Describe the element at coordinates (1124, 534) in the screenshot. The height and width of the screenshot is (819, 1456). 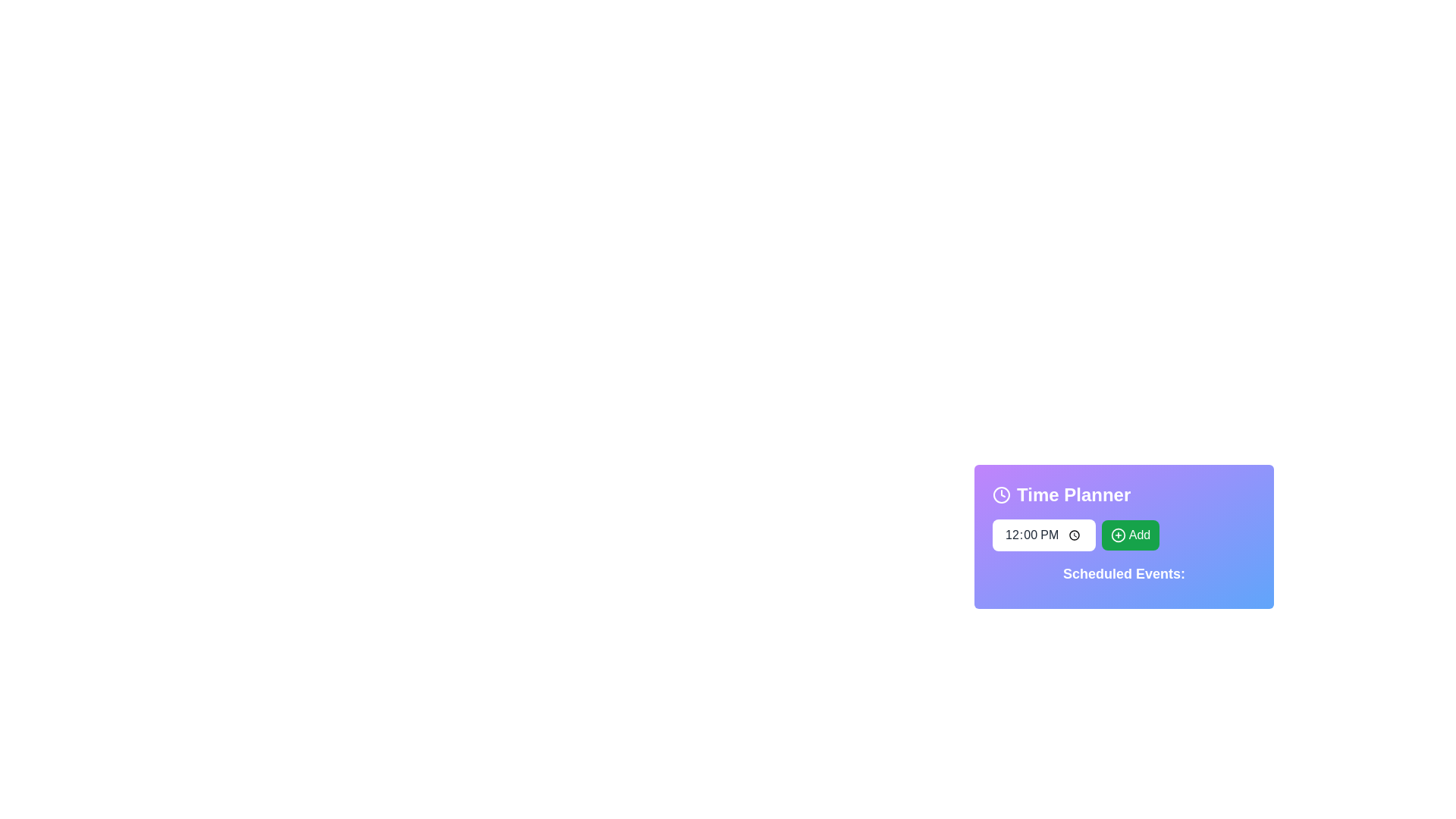
I see `the 'Add' button with a green background and white text, located to the right of the '12:00 PM' time input field in the 'Time Planner' section` at that location.